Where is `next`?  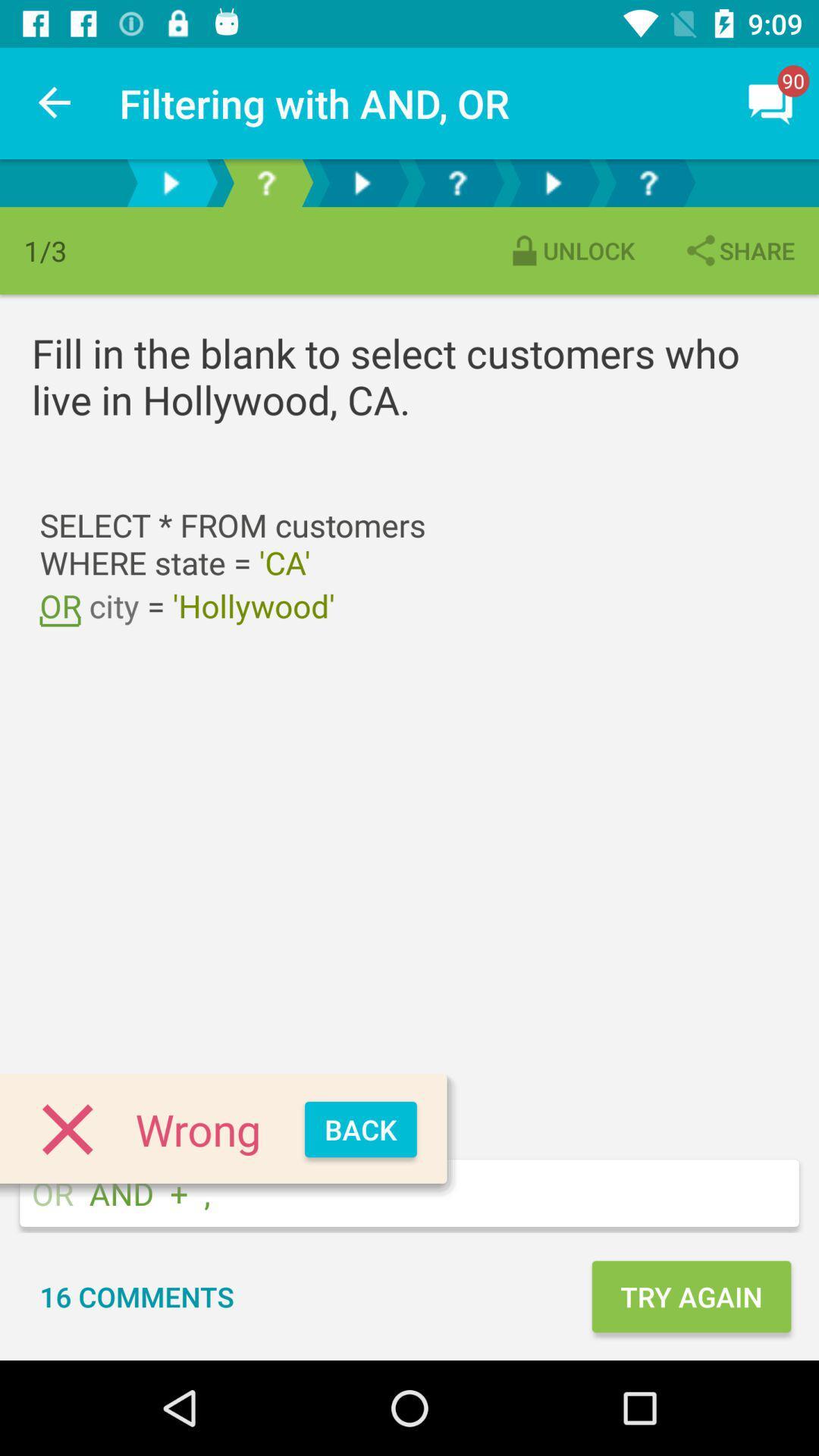 next is located at coordinates (170, 182).